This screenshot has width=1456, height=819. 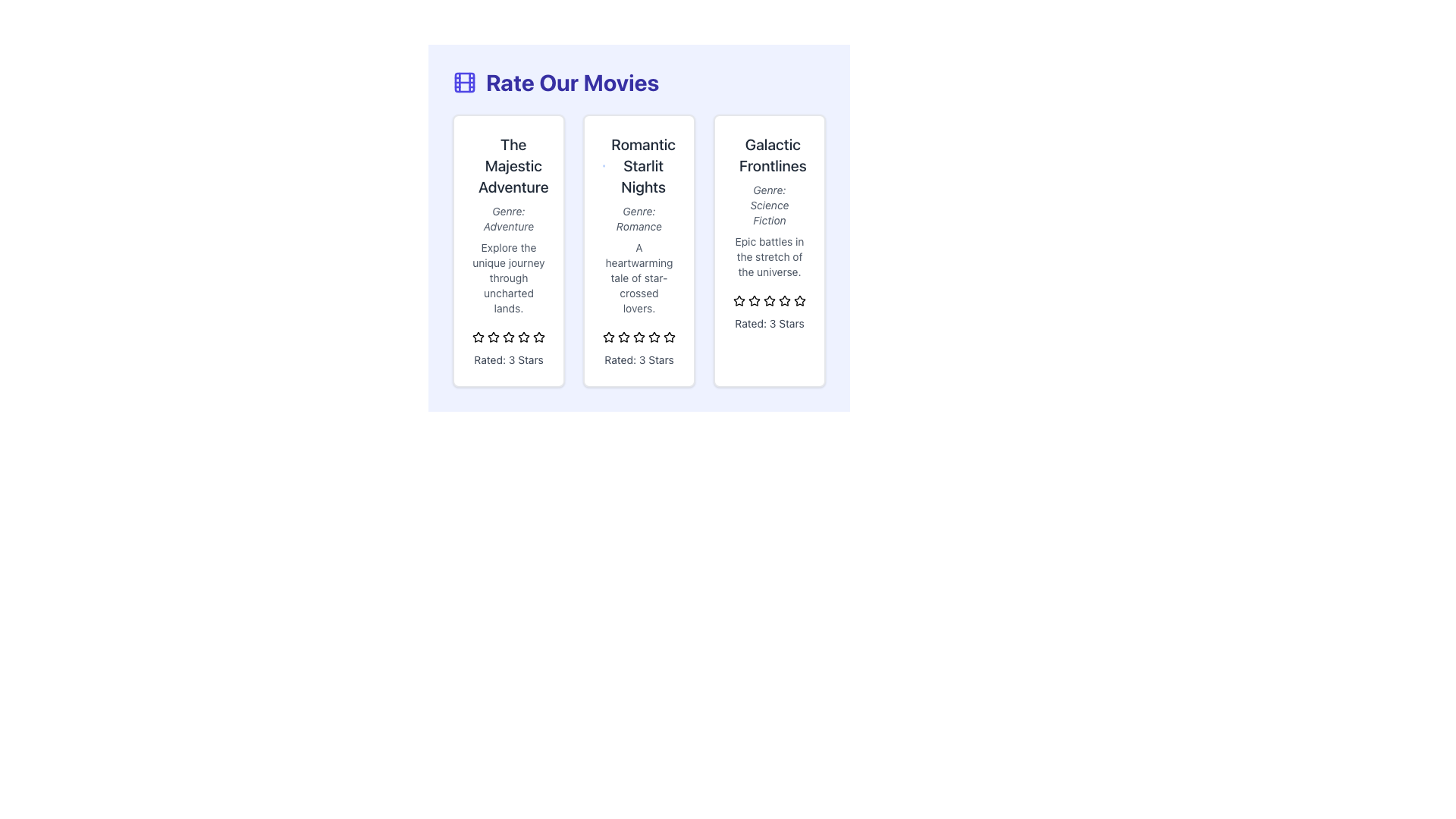 What do you see at coordinates (669, 336) in the screenshot?
I see `the fourth star icon in the rating system of the 'Romantic Starlit Nights' card` at bounding box center [669, 336].